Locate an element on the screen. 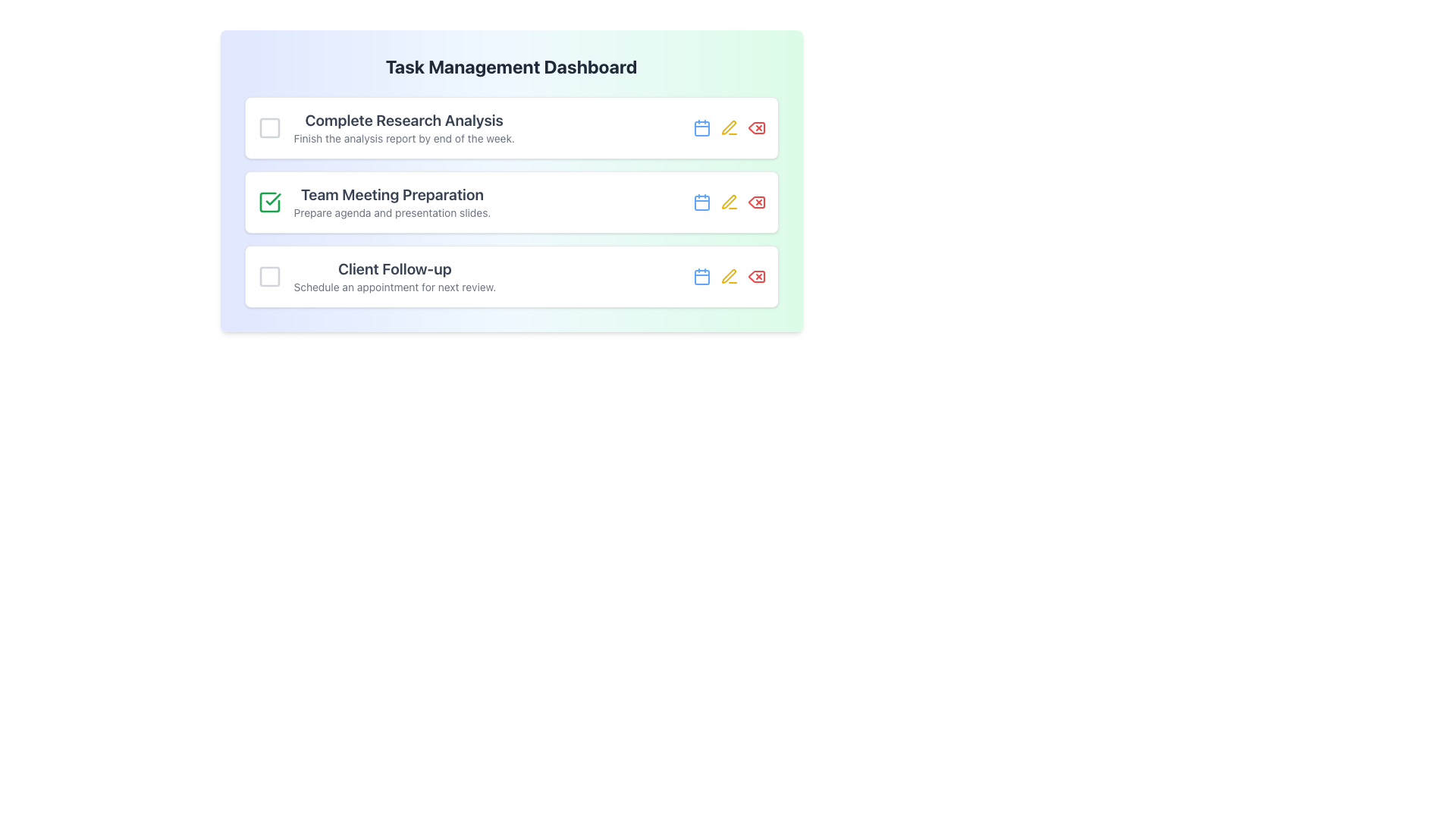 The width and height of the screenshot is (1456, 819). the status indicator icon for the incomplete task in the first row of the task list, located to the left of 'Complete Research Analysis' is located at coordinates (269, 127).